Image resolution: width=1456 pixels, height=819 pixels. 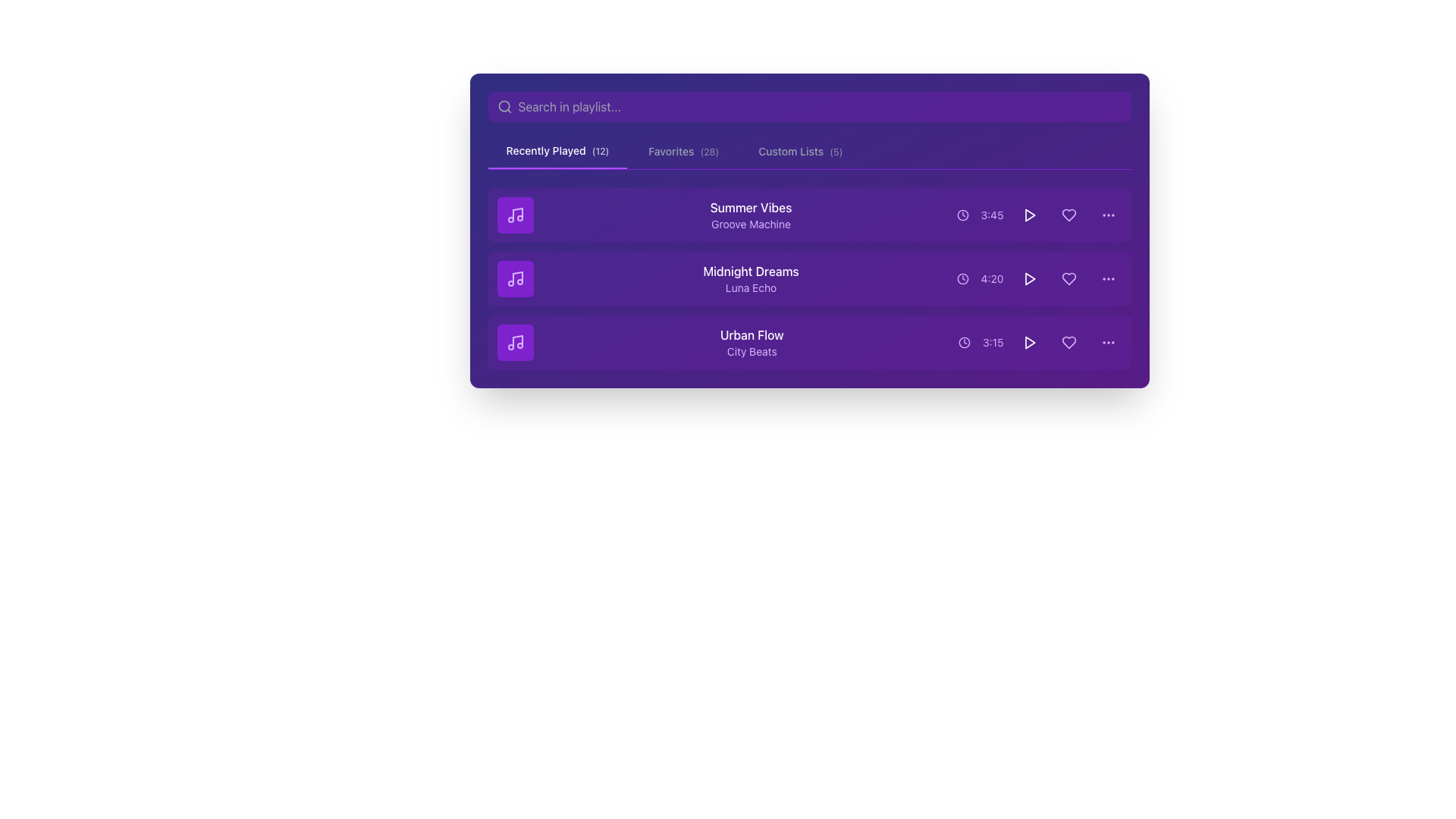 What do you see at coordinates (964, 342) in the screenshot?
I see `the circular outer boundary of the clock icon, which is located to the right of the 'Urban Flow' playlist entry` at bounding box center [964, 342].